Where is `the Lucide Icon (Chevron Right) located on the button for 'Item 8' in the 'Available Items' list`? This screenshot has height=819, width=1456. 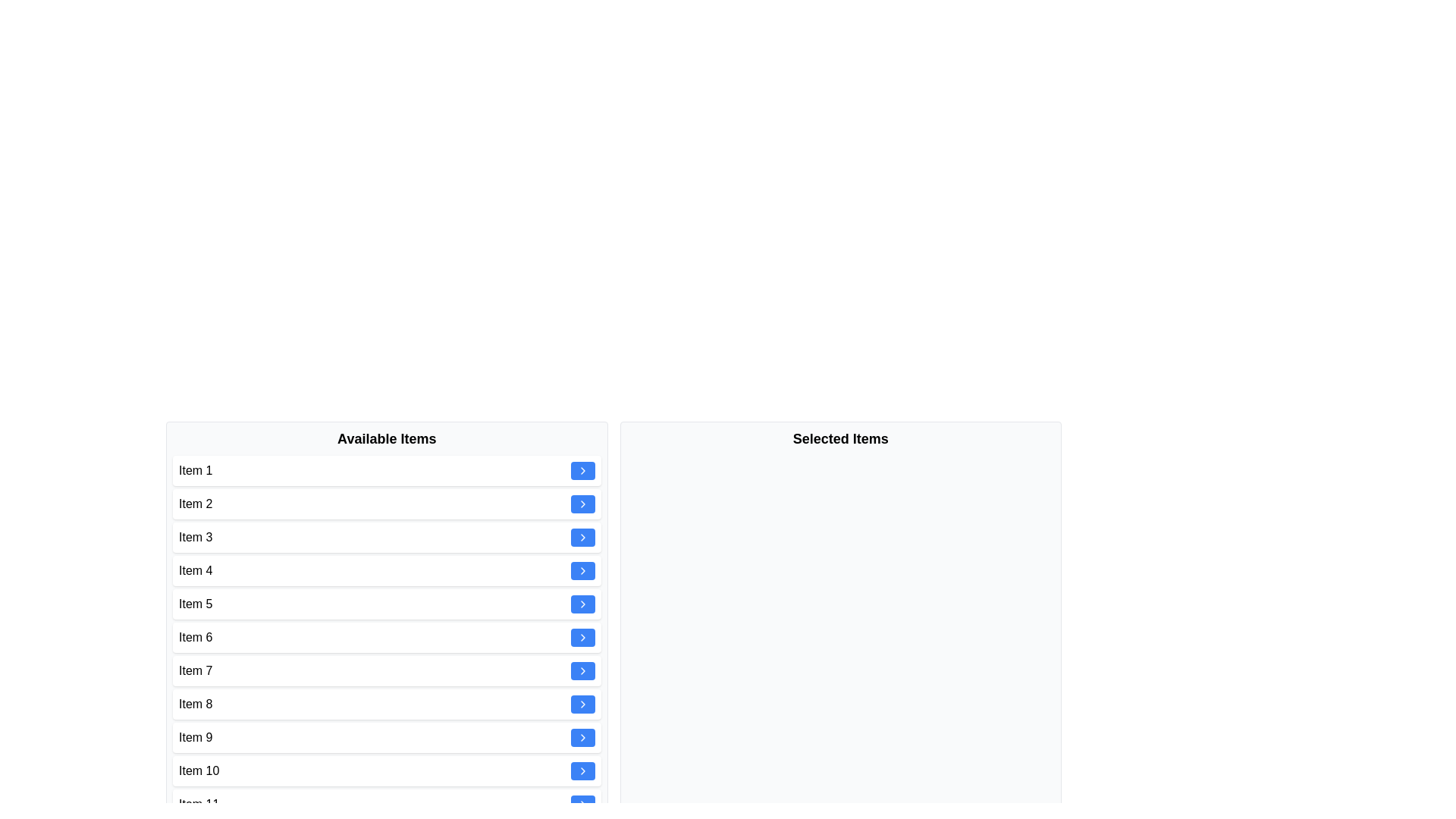 the Lucide Icon (Chevron Right) located on the button for 'Item 8' in the 'Available Items' list is located at coordinates (582, 670).